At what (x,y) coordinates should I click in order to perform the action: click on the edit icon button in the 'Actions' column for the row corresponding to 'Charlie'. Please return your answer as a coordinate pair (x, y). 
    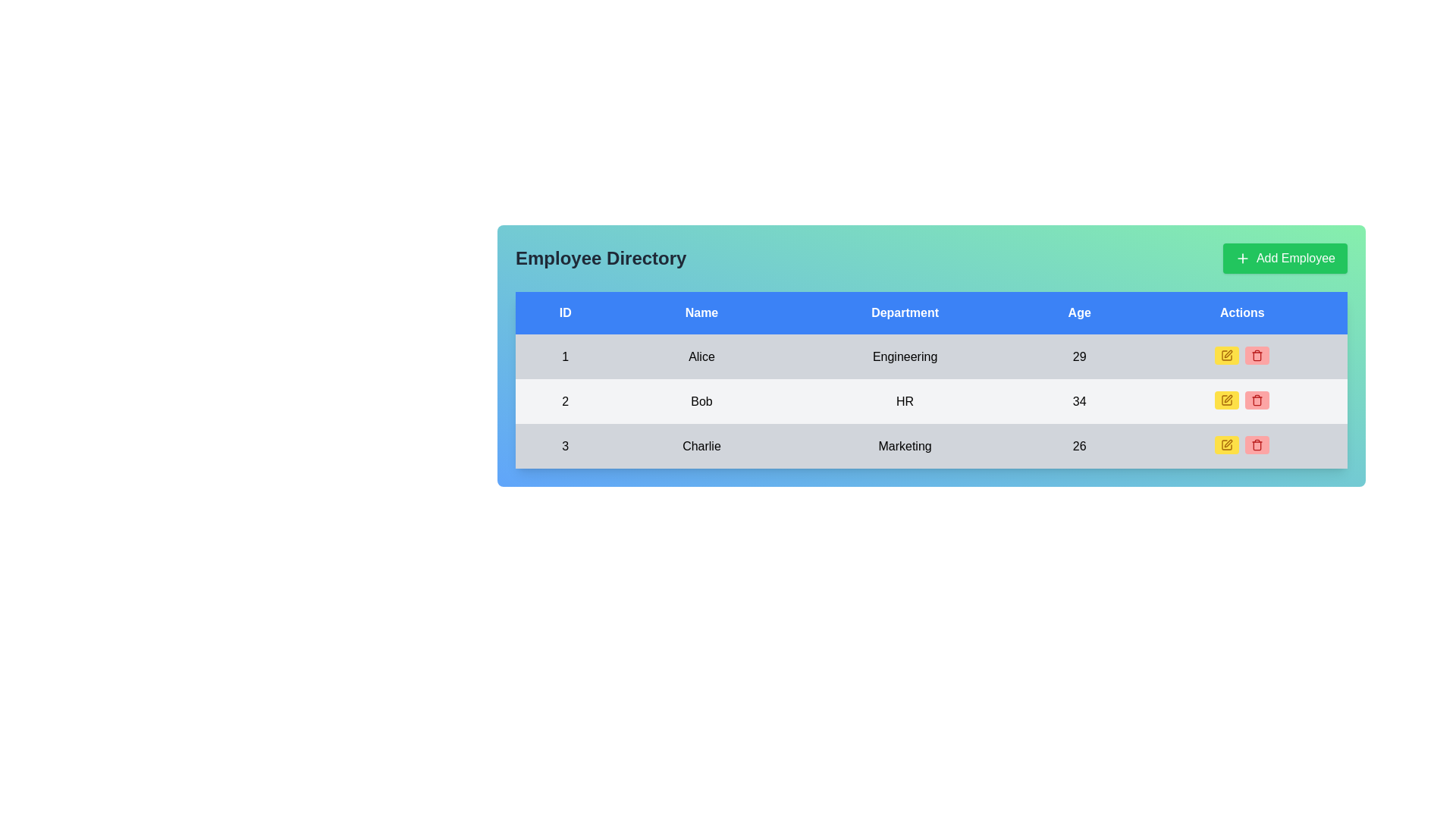
    Looking at the image, I should click on (1227, 444).